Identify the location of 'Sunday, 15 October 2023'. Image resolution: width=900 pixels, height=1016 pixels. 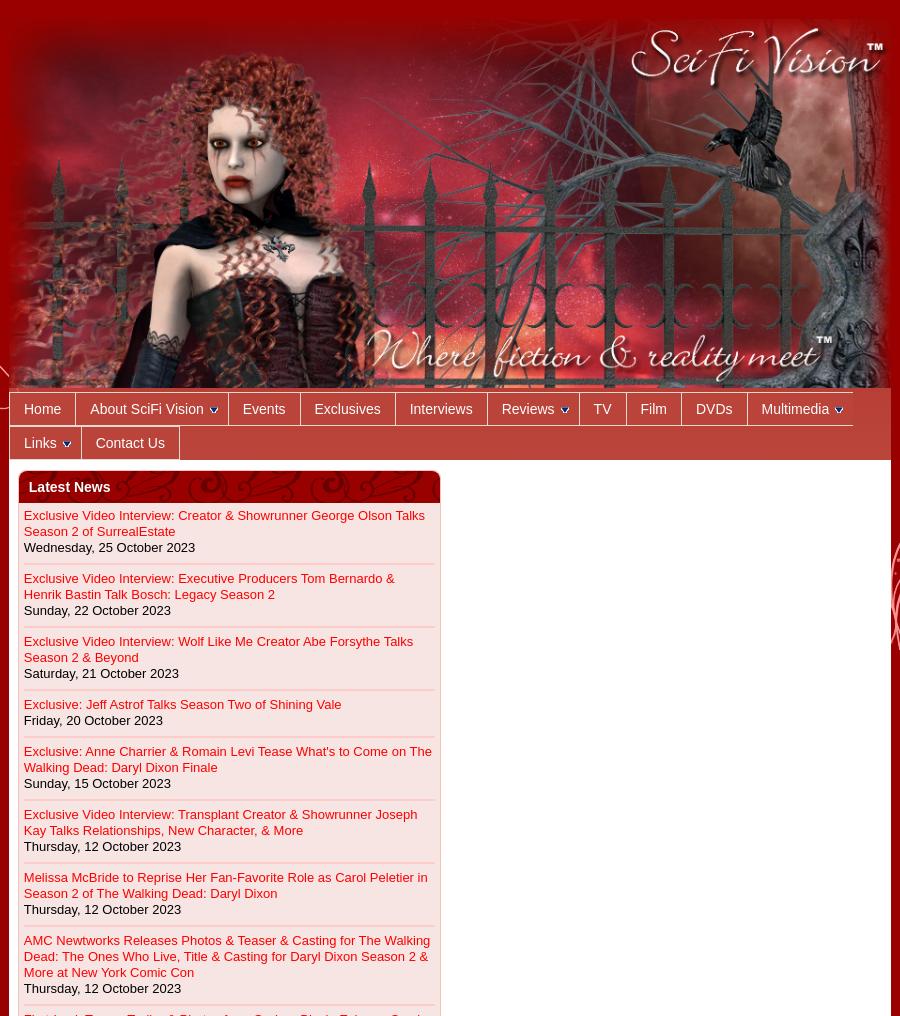
(96, 782).